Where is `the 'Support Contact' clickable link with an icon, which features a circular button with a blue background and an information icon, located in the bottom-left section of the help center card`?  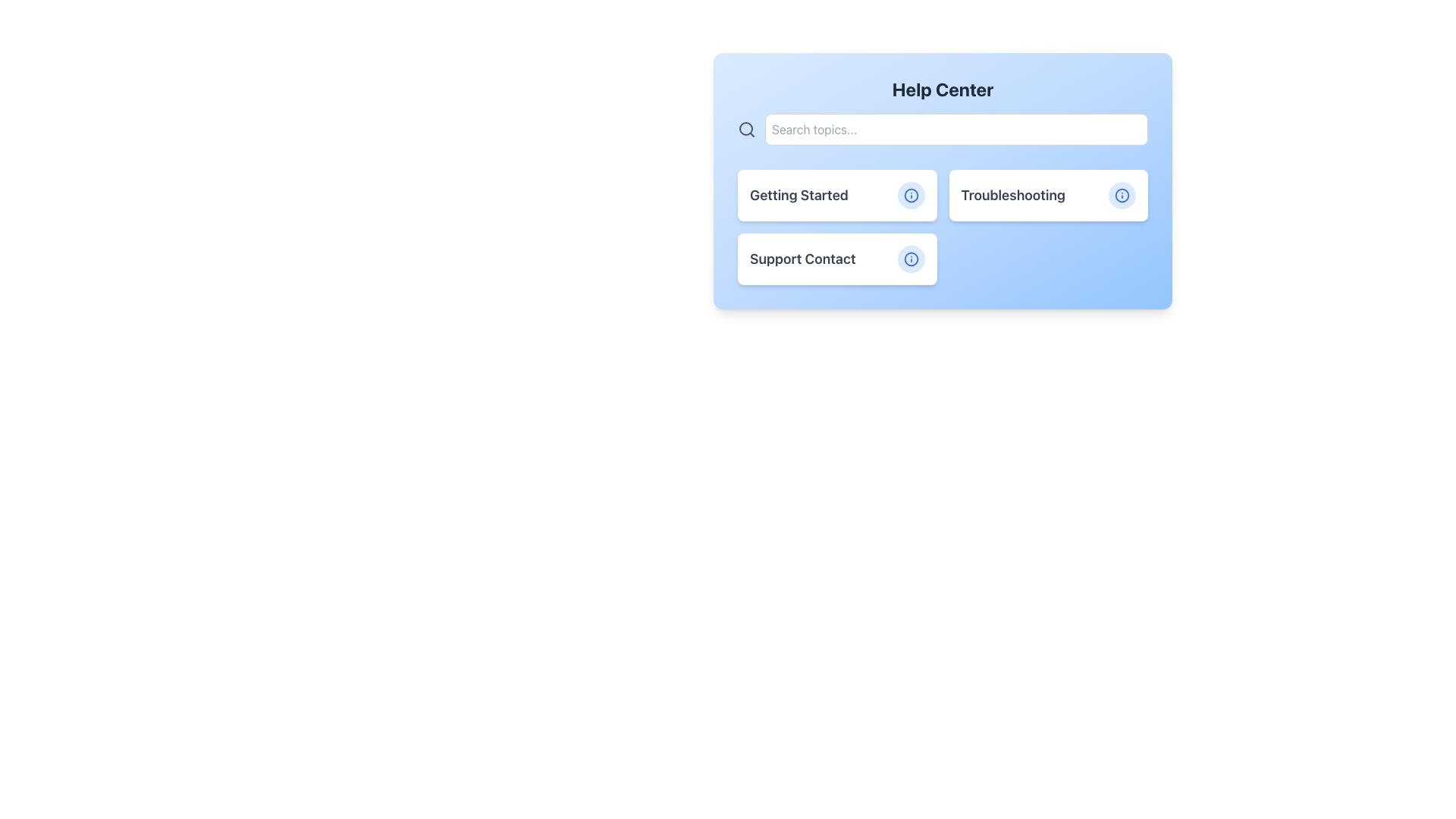 the 'Support Contact' clickable link with an icon, which features a circular button with a blue background and an information icon, located in the bottom-left section of the help center card is located at coordinates (836, 259).